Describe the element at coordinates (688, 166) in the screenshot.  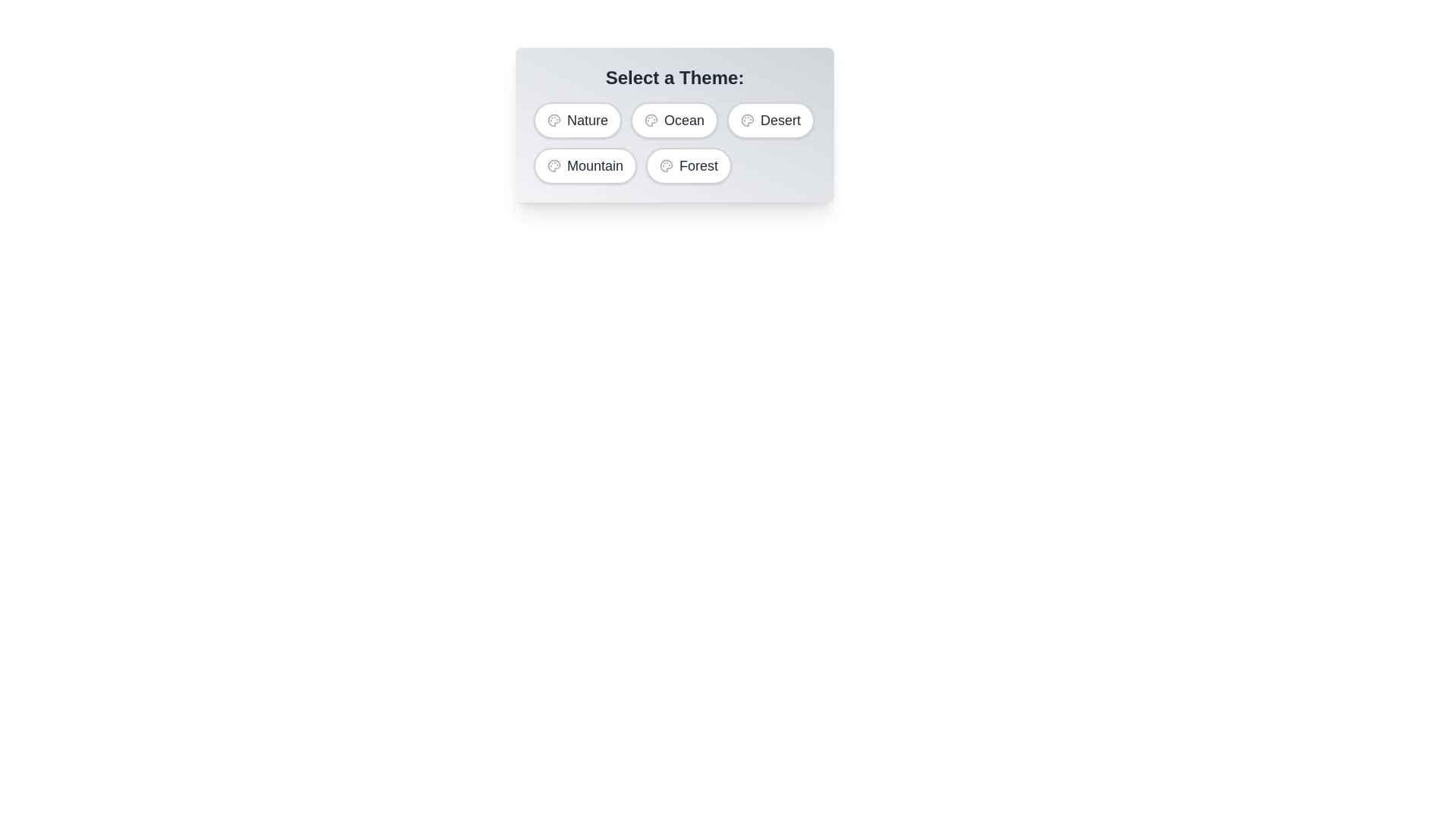
I see `the Forest button to select it` at that location.